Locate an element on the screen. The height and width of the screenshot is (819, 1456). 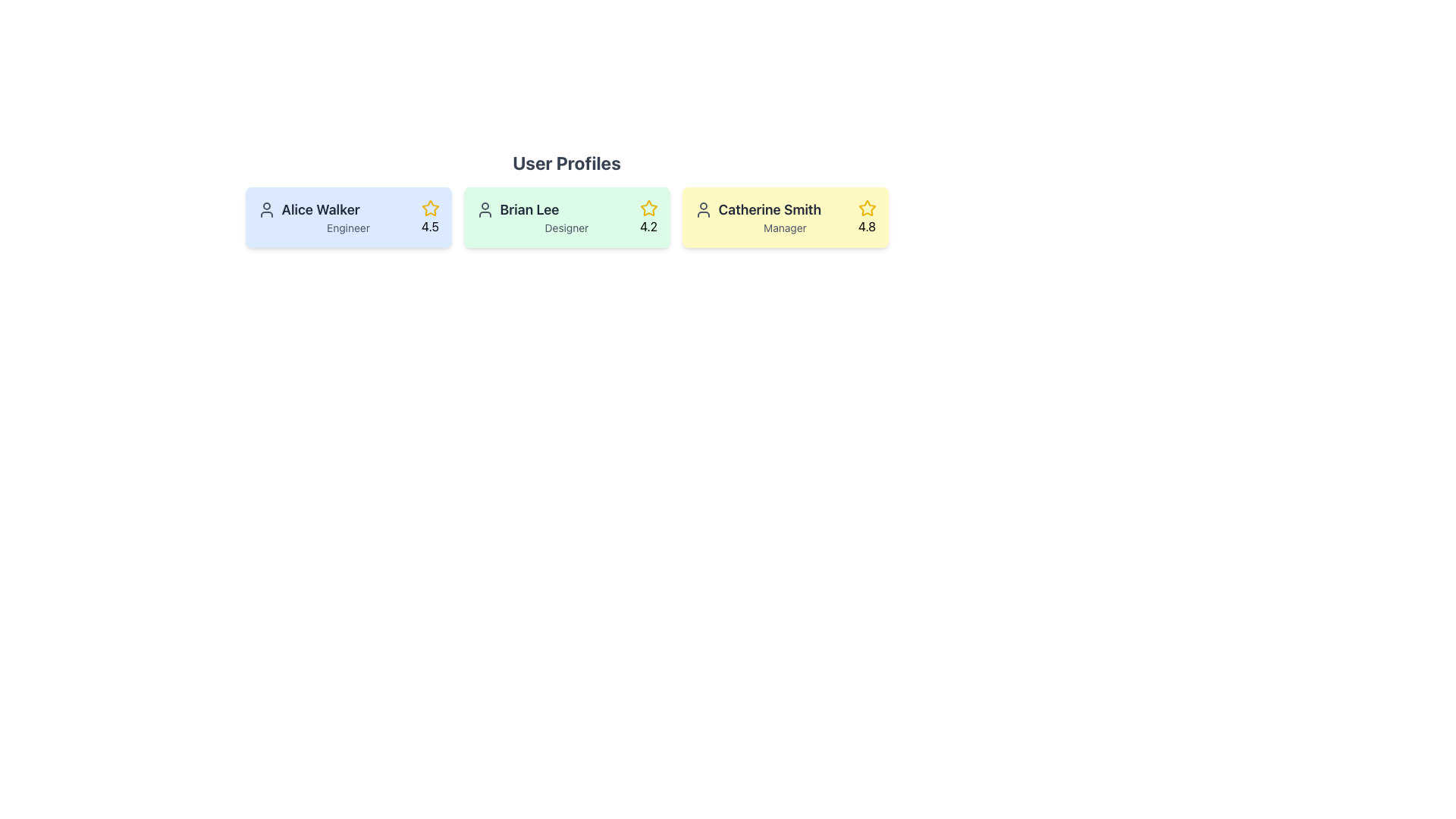
the rating indicator element consisting of a yellow star icon and the numeric value '4.2' located in the top-right corner of Brian Lee's profile card is located at coordinates (648, 217).